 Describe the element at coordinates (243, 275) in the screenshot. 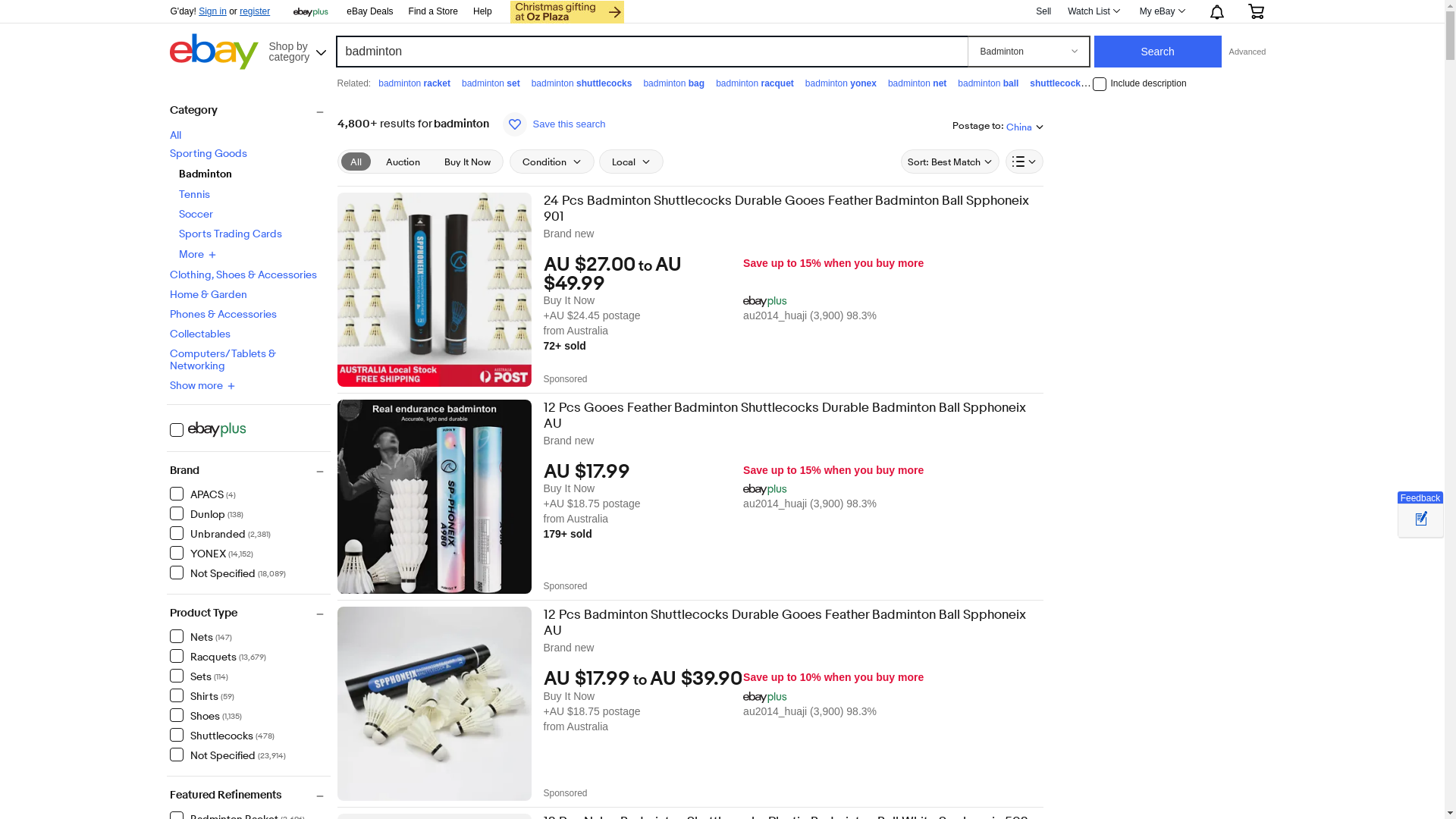

I see `'Clothing, Shoes & Accessories'` at that location.